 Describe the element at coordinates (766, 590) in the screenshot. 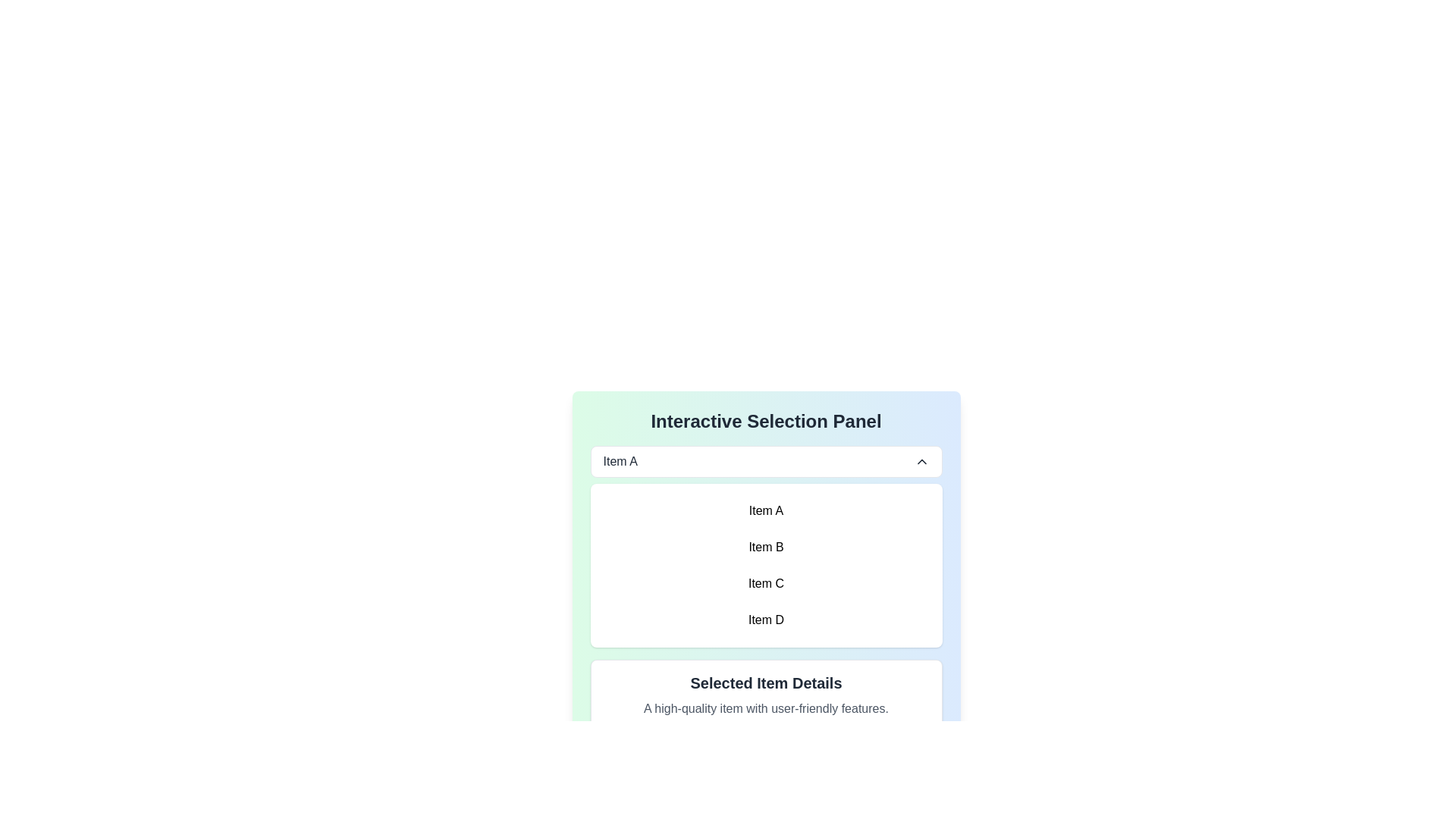

I see `the selectable item 'Item C' in the dropdown menu` at that location.